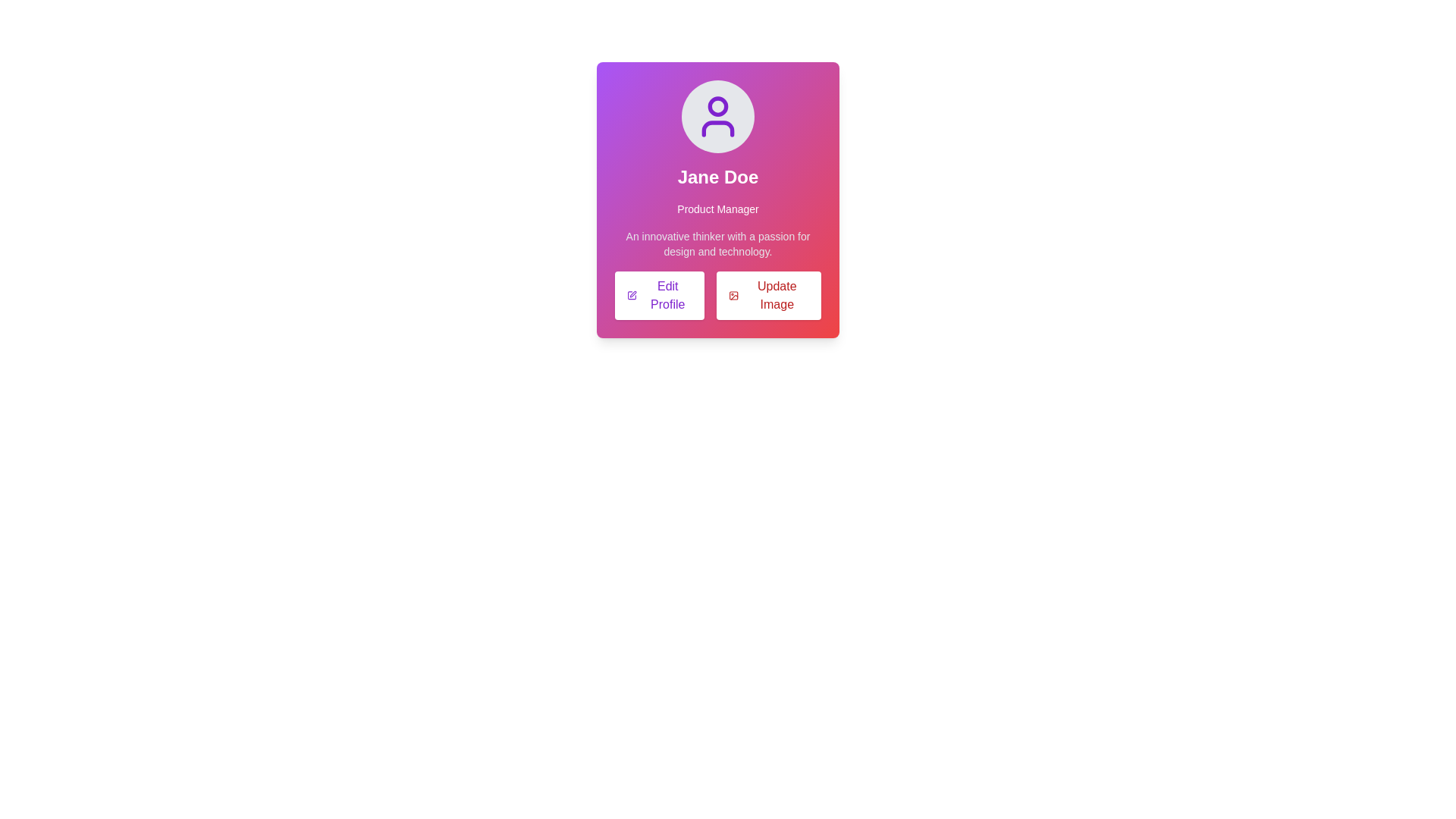 This screenshot has height=819, width=1456. What do you see at coordinates (717, 177) in the screenshot?
I see `the user name 'Jane Doe' displayed prominently within the profile card, which is centrally located below the user's avatar and above the 'Product Manager' text` at bounding box center [717, 177].